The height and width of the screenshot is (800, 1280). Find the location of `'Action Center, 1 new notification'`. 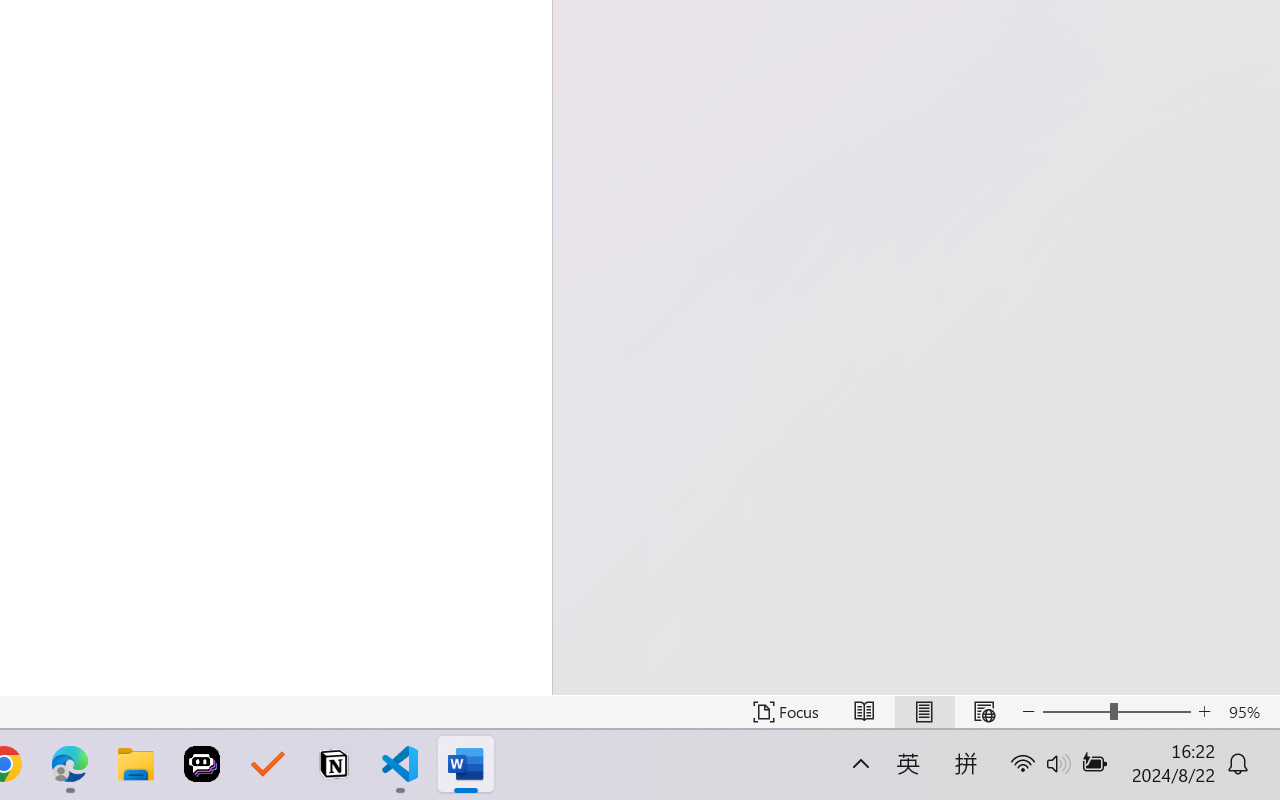

'Action Center, 1 new notification' is located at coordinates (1250, 776).